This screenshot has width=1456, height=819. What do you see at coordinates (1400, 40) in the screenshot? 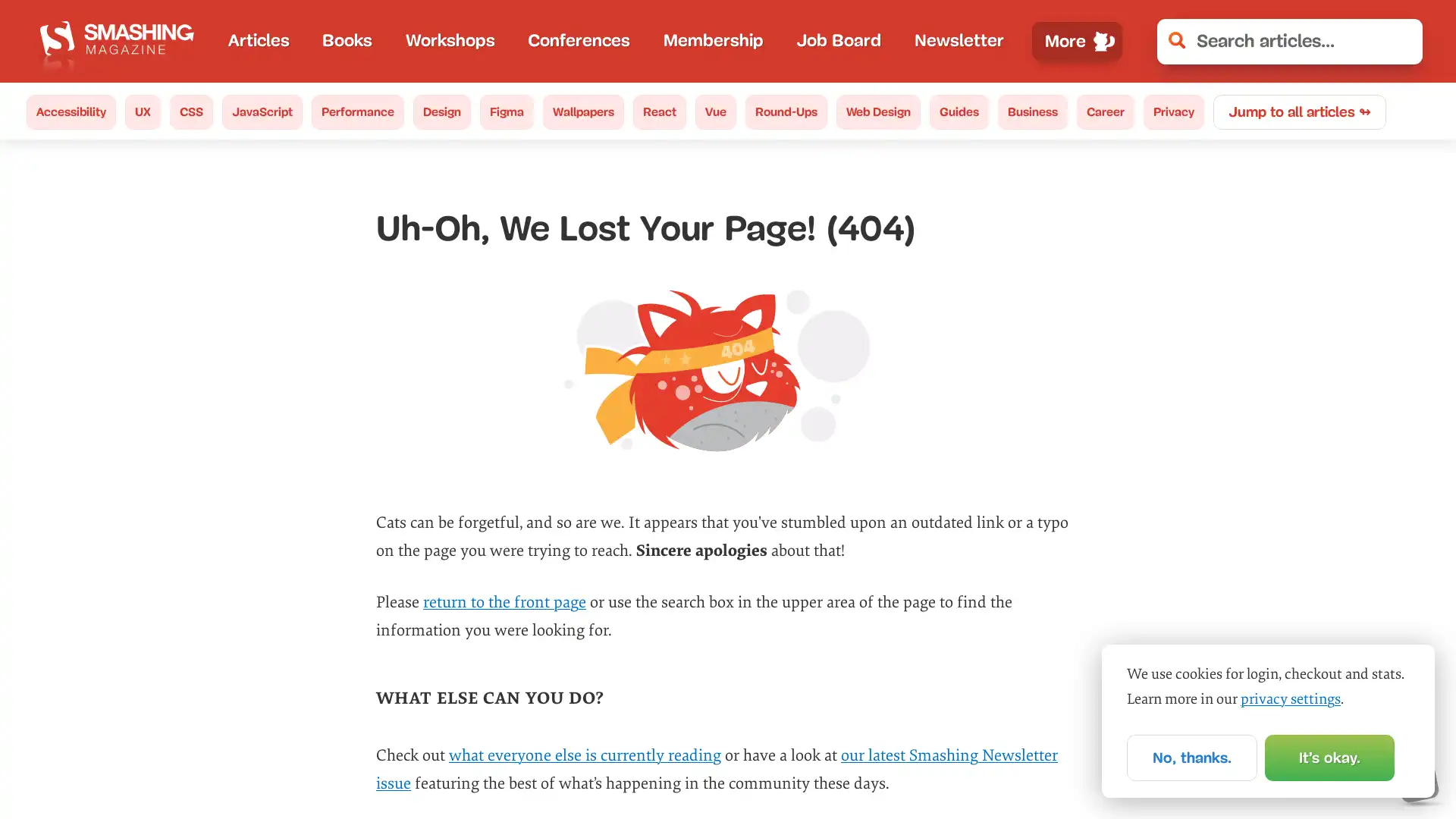
I see `Clear Search` at bounding box center [1400, 40].